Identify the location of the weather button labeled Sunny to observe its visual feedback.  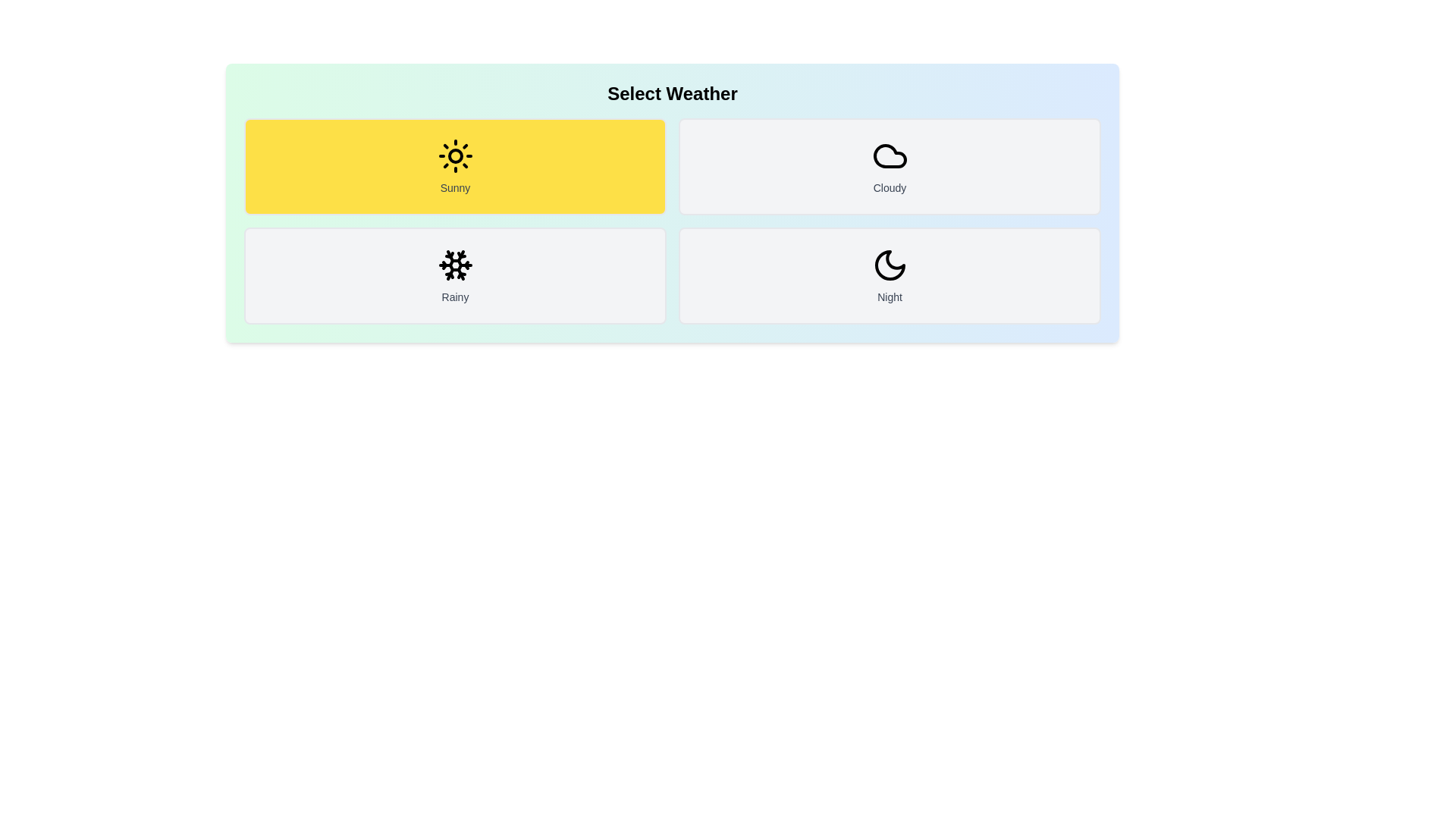
(454, 166).